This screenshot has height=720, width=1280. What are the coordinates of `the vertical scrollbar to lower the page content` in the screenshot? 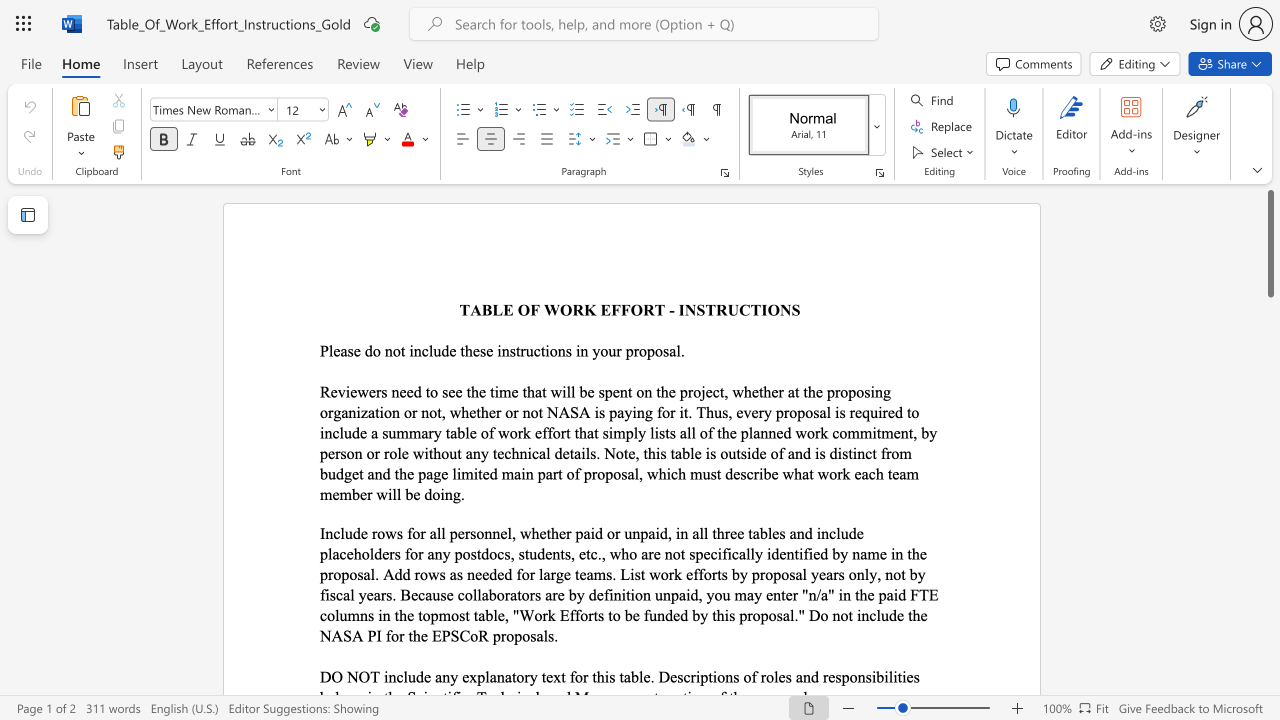 It's located at (1269, 338).